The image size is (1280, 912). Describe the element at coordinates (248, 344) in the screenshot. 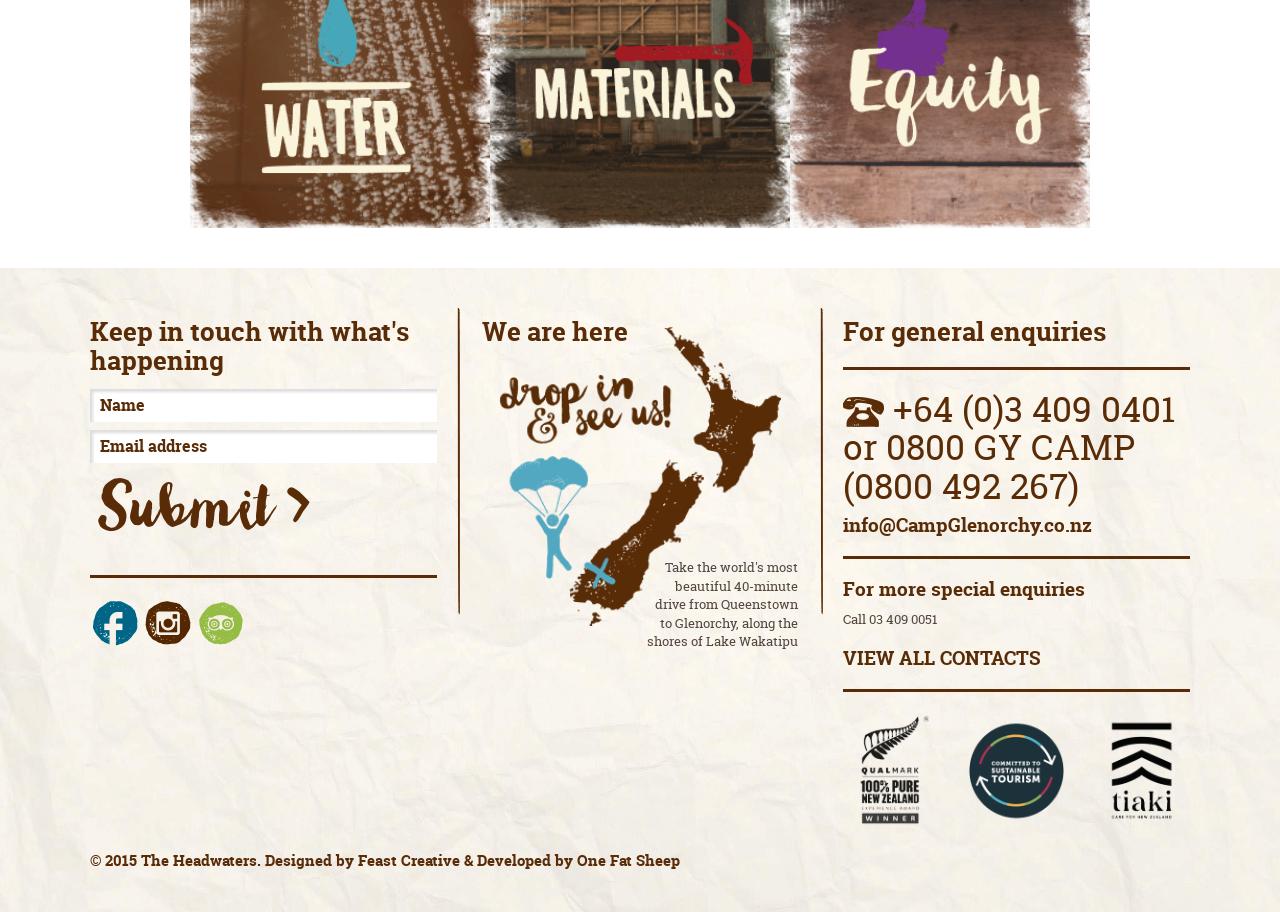

I see `'Keep in touch with what's happening'` at that location.